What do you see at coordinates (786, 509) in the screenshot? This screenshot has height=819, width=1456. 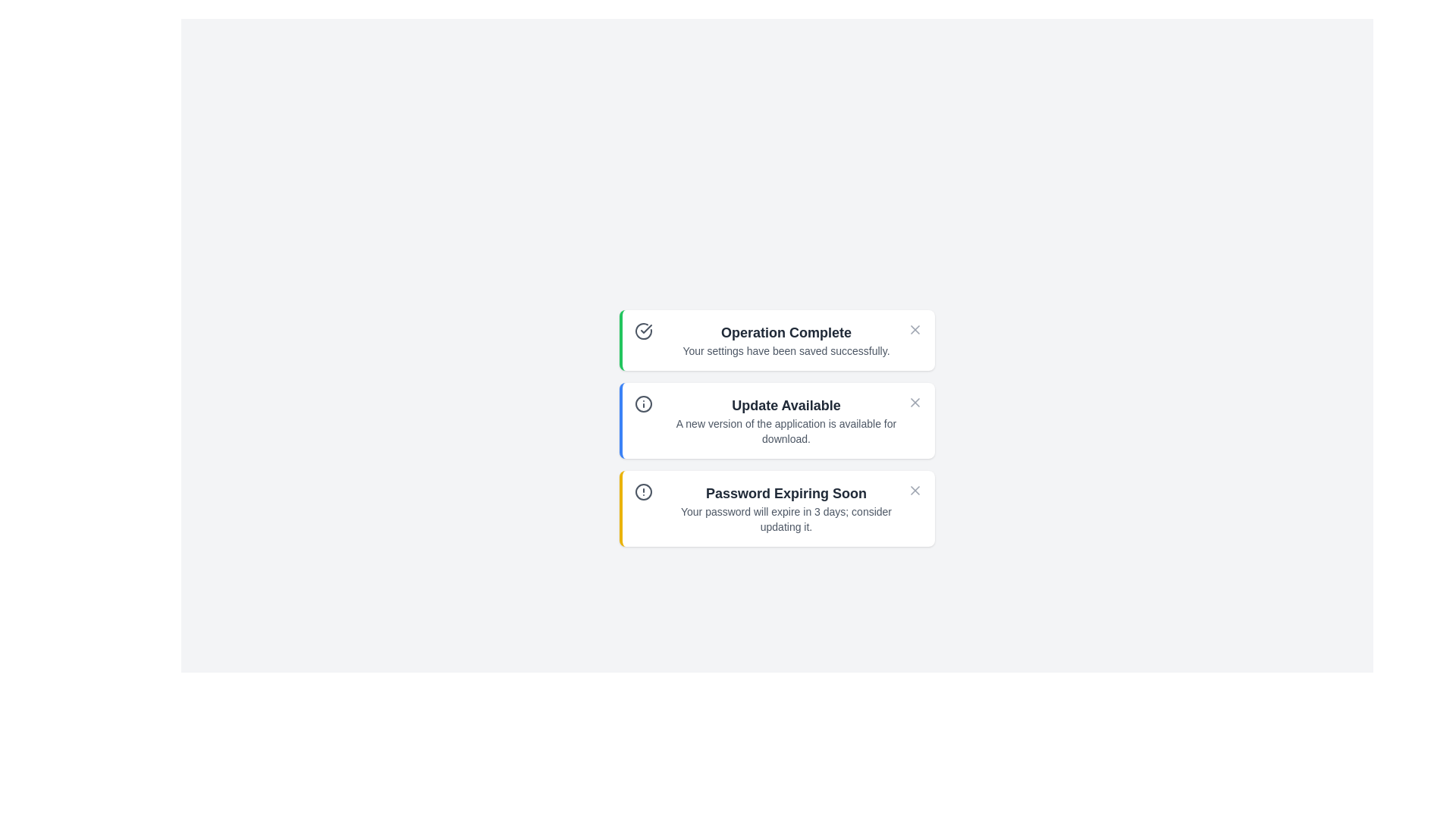 I see `the notification card displaying the warning message 'Password Expiring Soon', which is the third card in the list of notifications, located at the bottom with a yellow border on the left` at bounding box center [786, 509].